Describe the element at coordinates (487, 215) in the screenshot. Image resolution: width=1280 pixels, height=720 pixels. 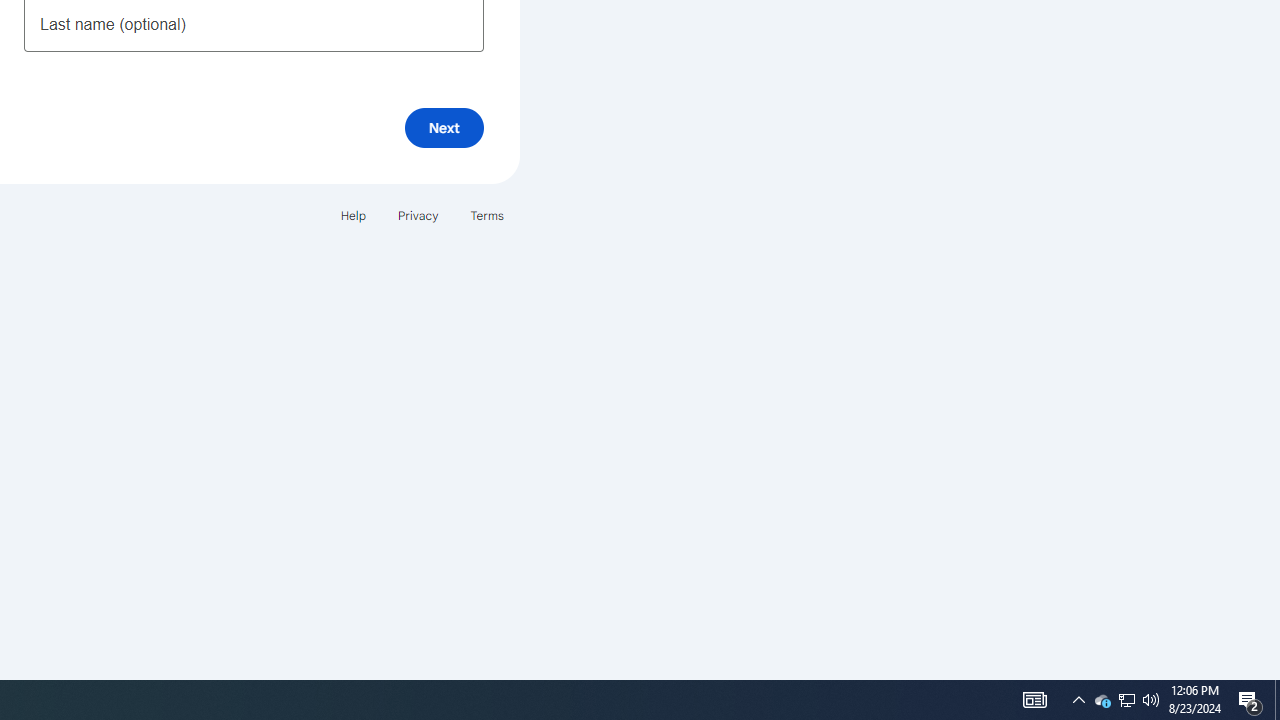
I see `'Terms'` at that location.